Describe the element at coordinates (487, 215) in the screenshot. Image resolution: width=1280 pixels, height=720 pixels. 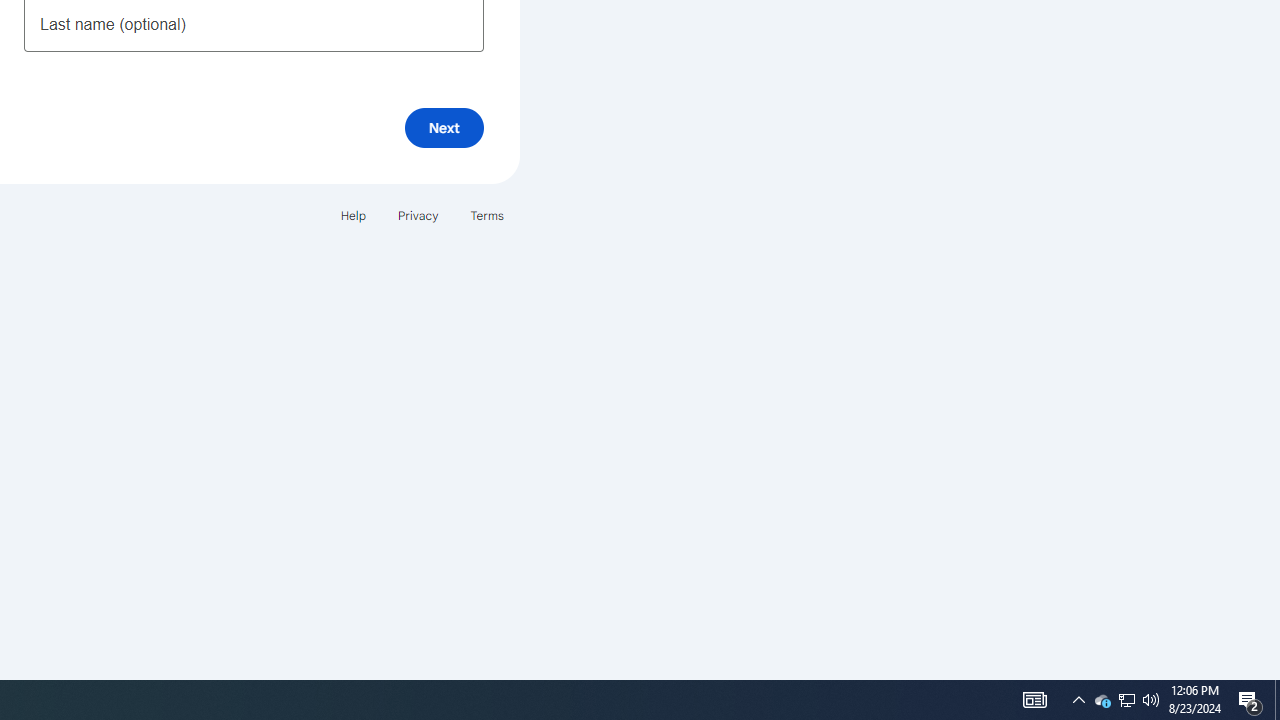
I see `'Terms'` at that location.